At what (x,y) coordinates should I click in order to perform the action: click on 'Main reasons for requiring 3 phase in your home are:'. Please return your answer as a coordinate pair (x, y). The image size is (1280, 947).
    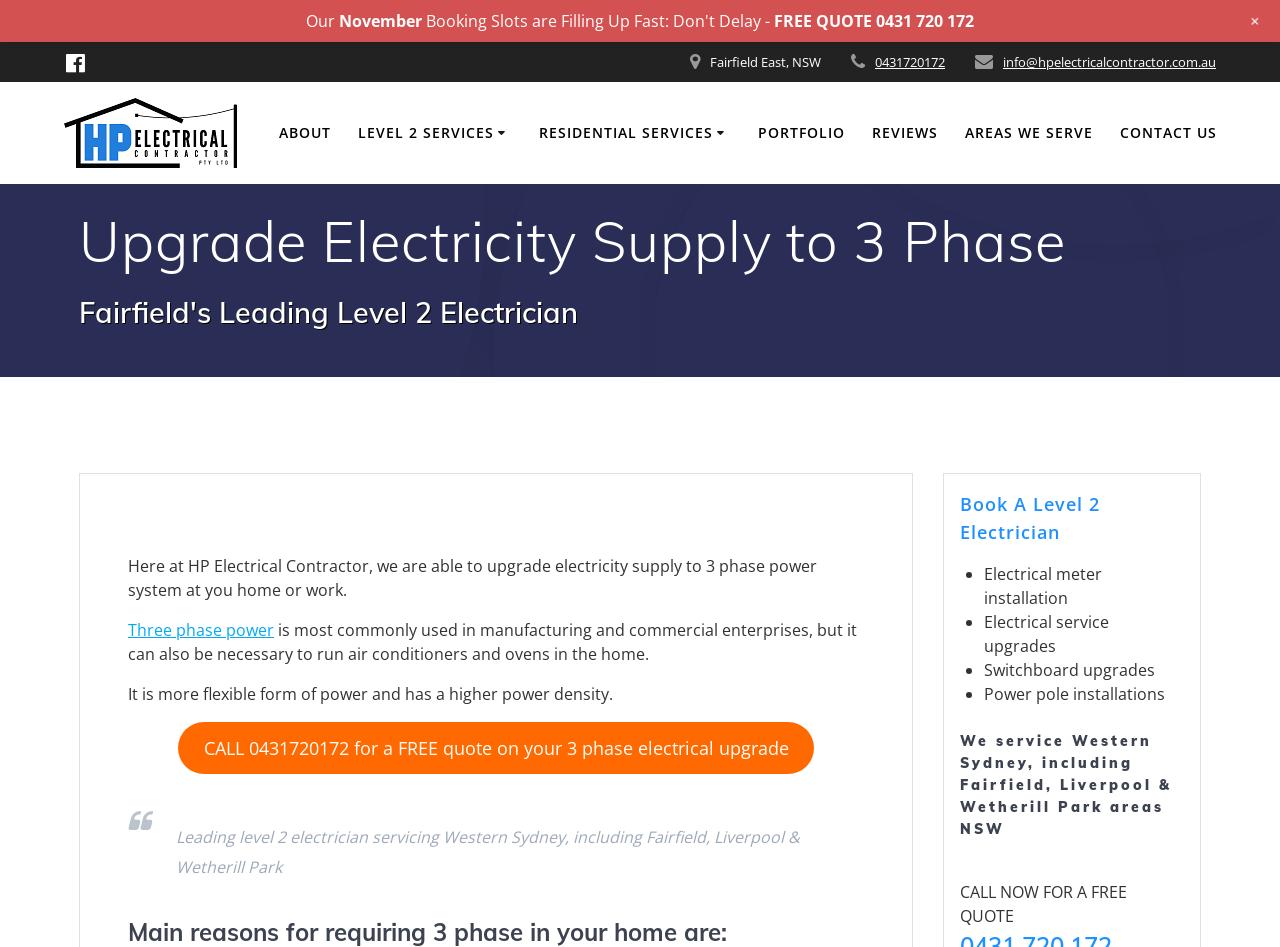
    Looking at the image, I should click on (127, 929).